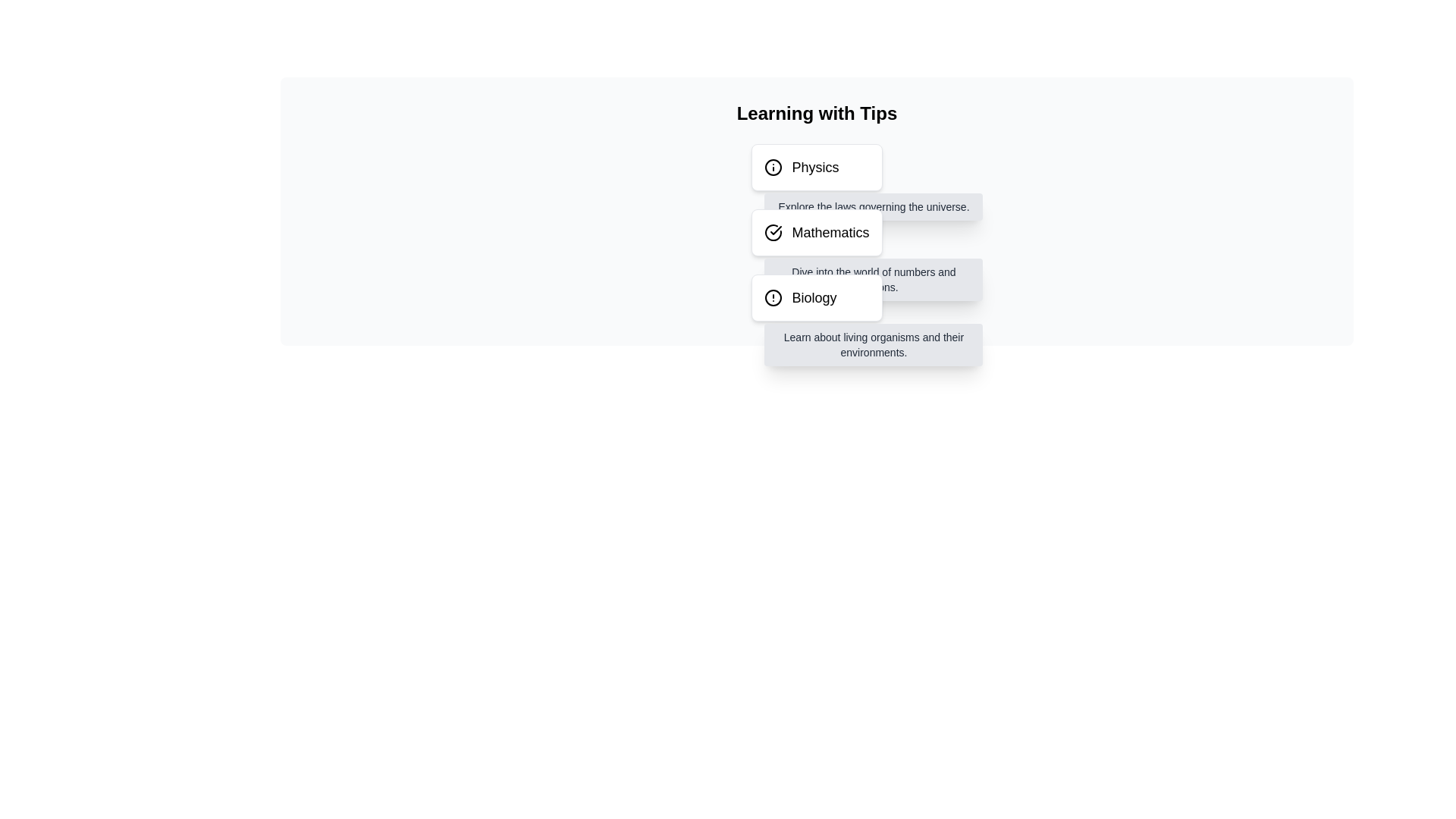  What do you see at coordinates (816, 113) in the screenshot?
I see `the large, bold header text displaying 'Learning with Tips', which is positioned at the top of the content section and serves as a header for the topics below` at bounding box center [816, 113].